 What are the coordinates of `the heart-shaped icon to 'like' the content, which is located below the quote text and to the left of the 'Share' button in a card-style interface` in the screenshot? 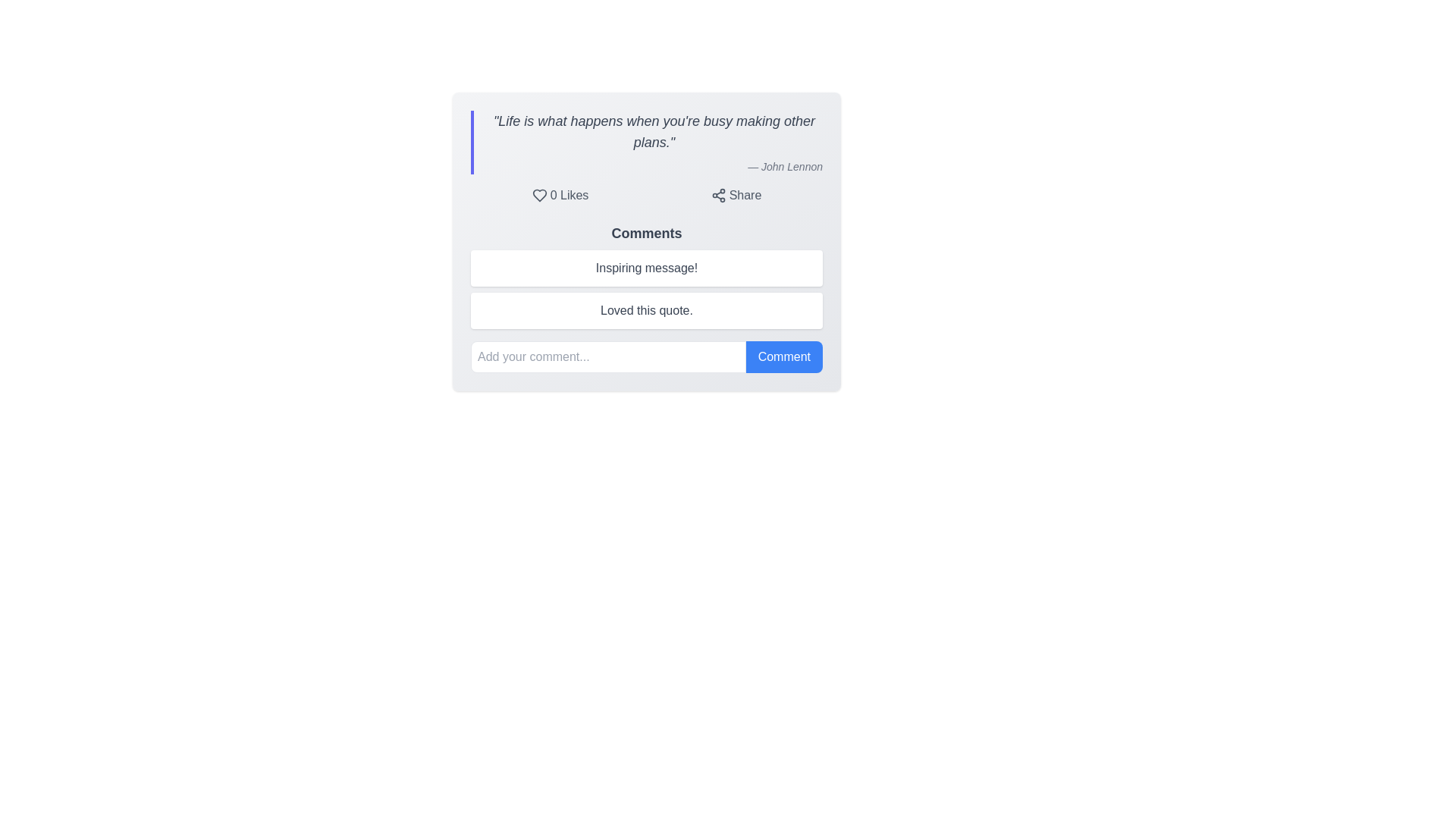 It's located at (539, 195).